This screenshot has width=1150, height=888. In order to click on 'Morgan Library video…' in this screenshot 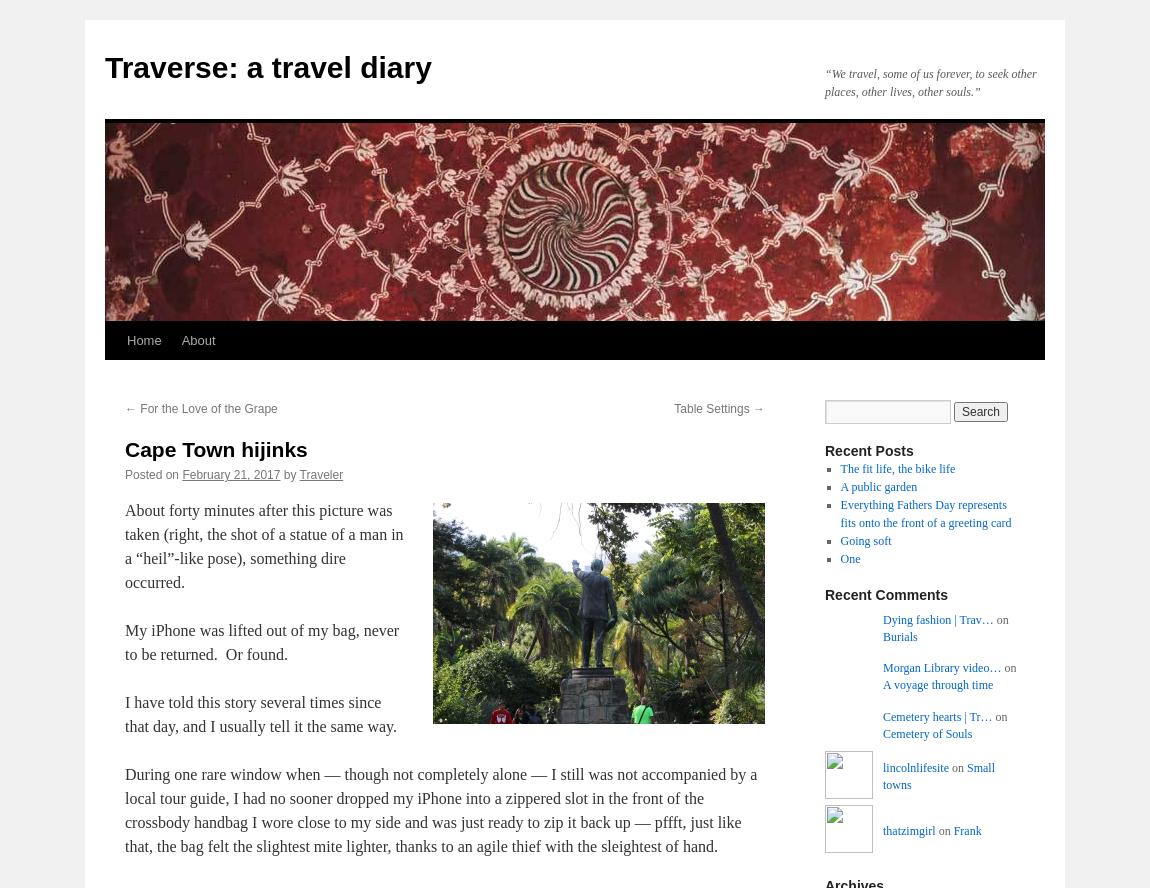, I will do `click(941, 666)`.